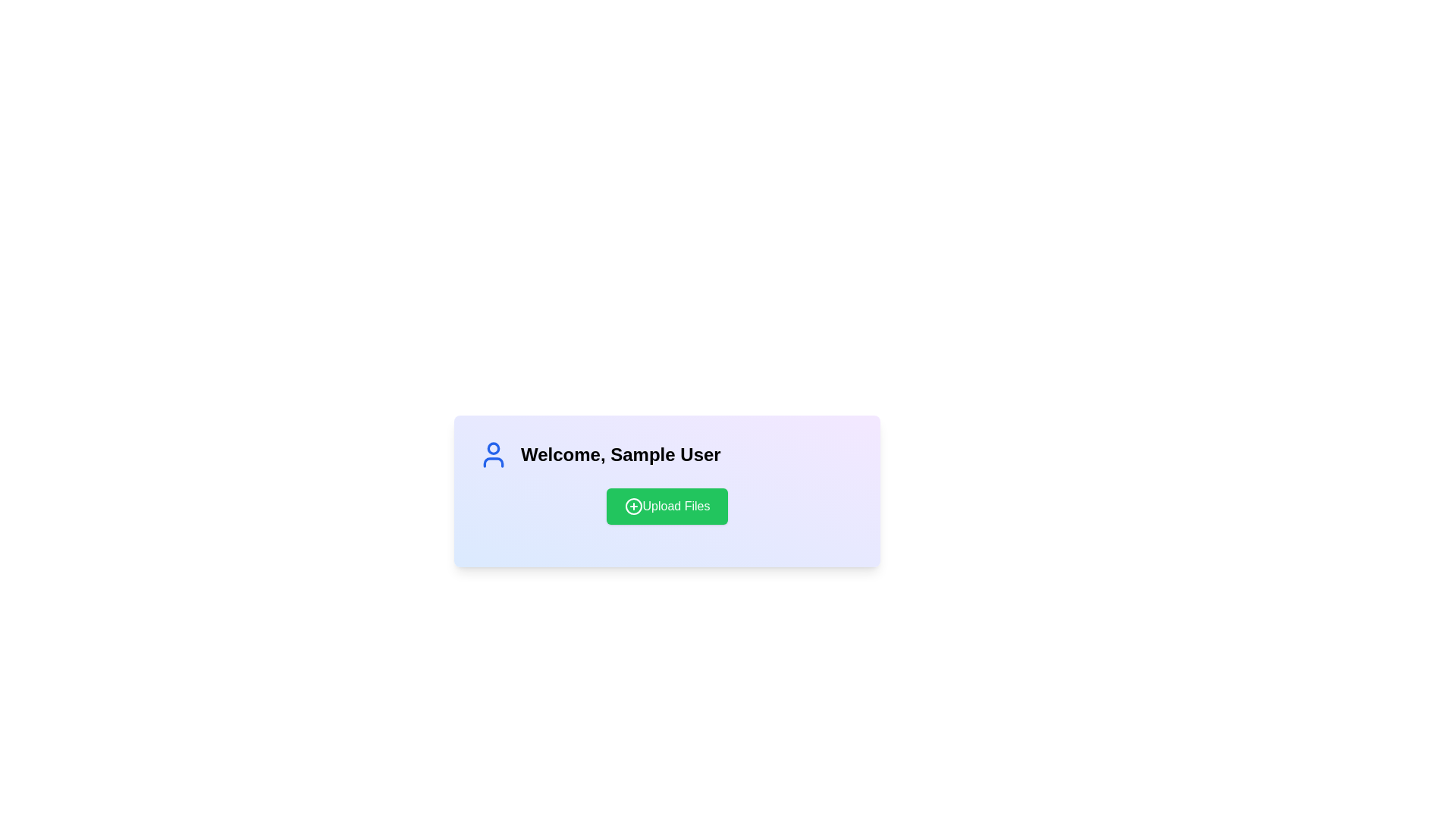  What do you see at coordinates (633, 506) in the screenshot?
I see `the icon that signifies the action associated with adding or uploading items, which is located at the left edge of the 'Upload Files' green button` at bounding box center [633, 506].